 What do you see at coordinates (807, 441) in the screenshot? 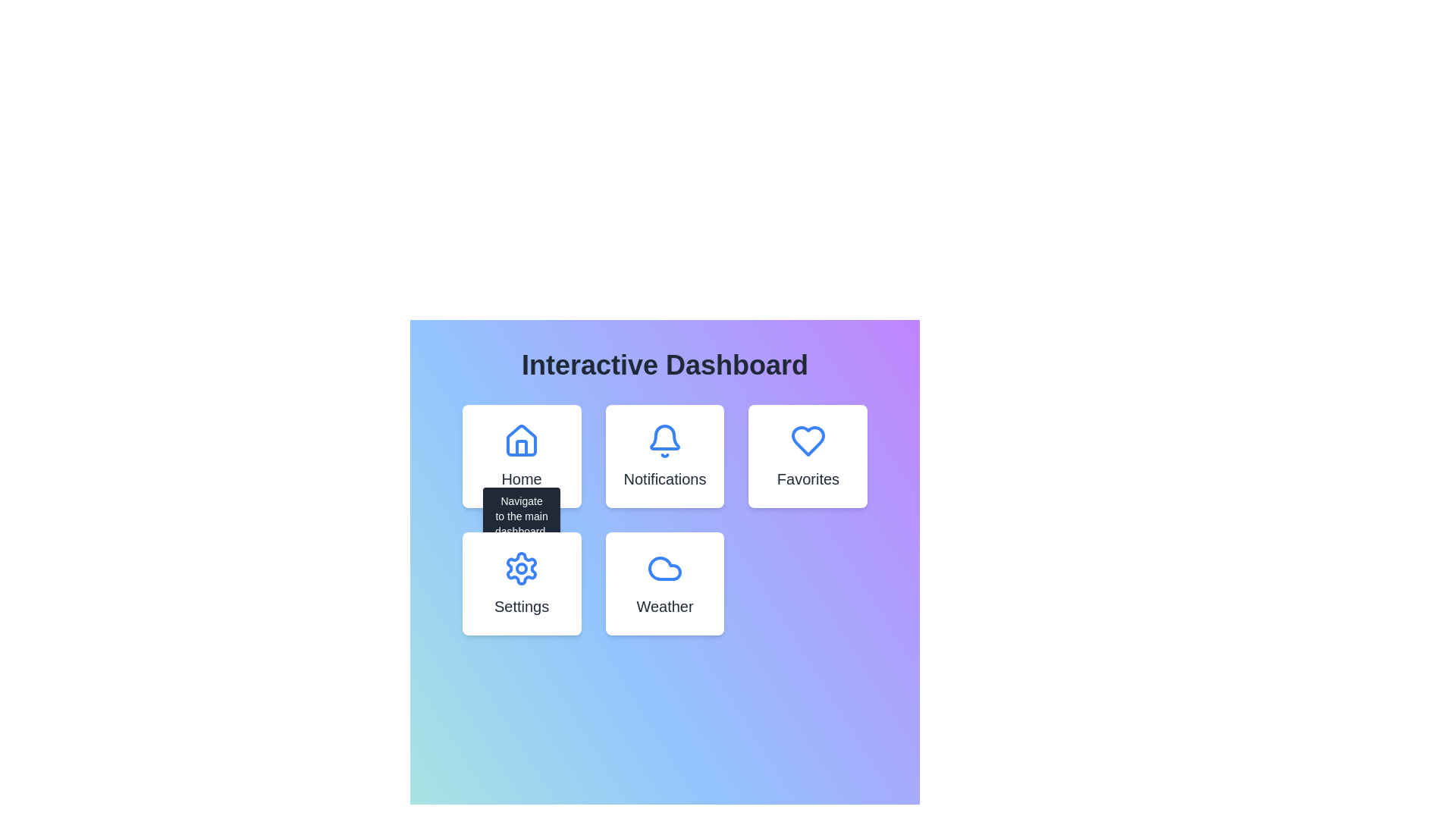
I see `the 'Favorites' icon located at the center of the 'Favorites' section in the top-right corner of the layout grid` at bounding box center [807, 441].